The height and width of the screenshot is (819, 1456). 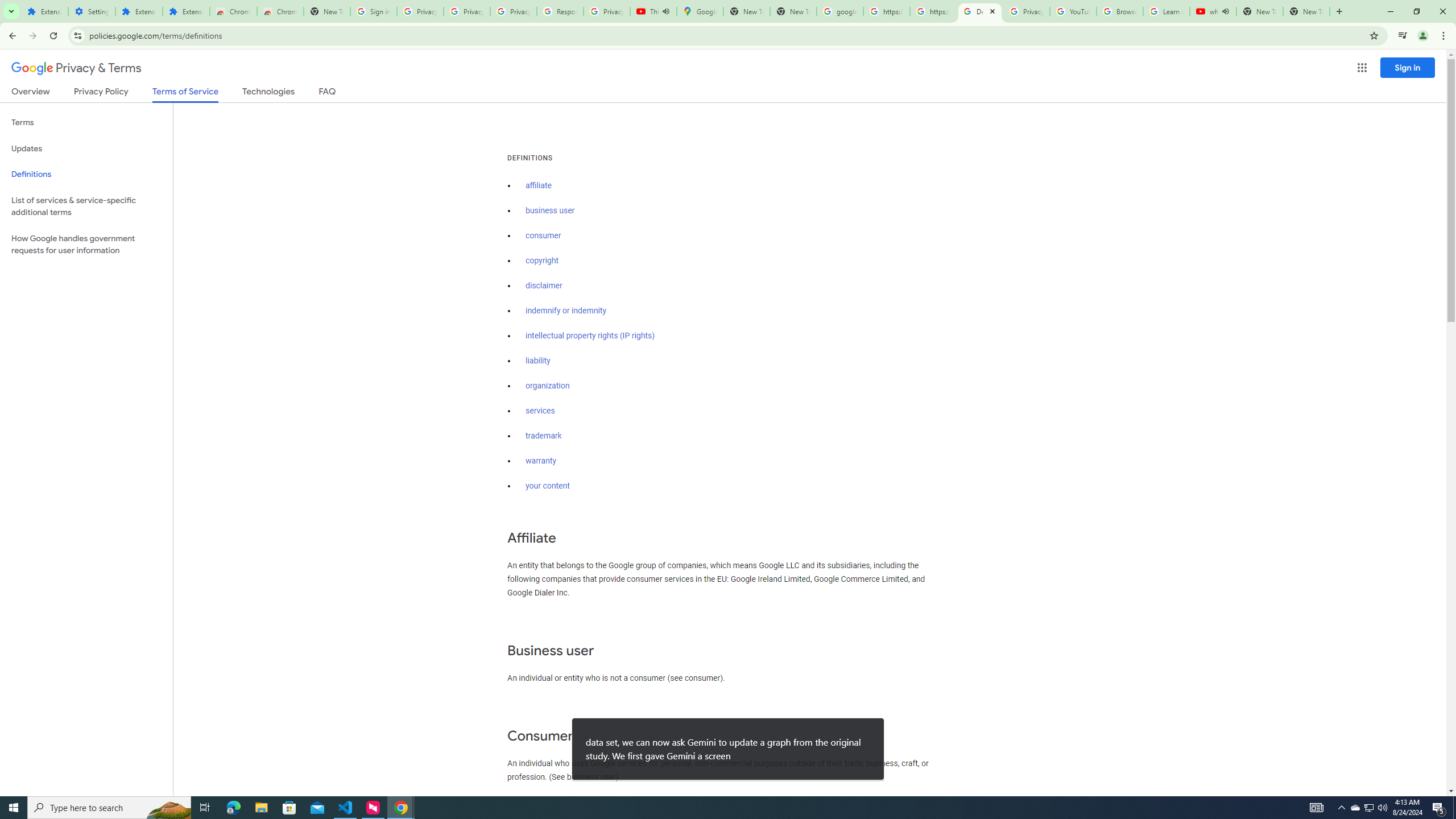 What do you see at coordinates (543, 435) in the screenshot?
I see `'trademark'` at bounding box center [543, 435].